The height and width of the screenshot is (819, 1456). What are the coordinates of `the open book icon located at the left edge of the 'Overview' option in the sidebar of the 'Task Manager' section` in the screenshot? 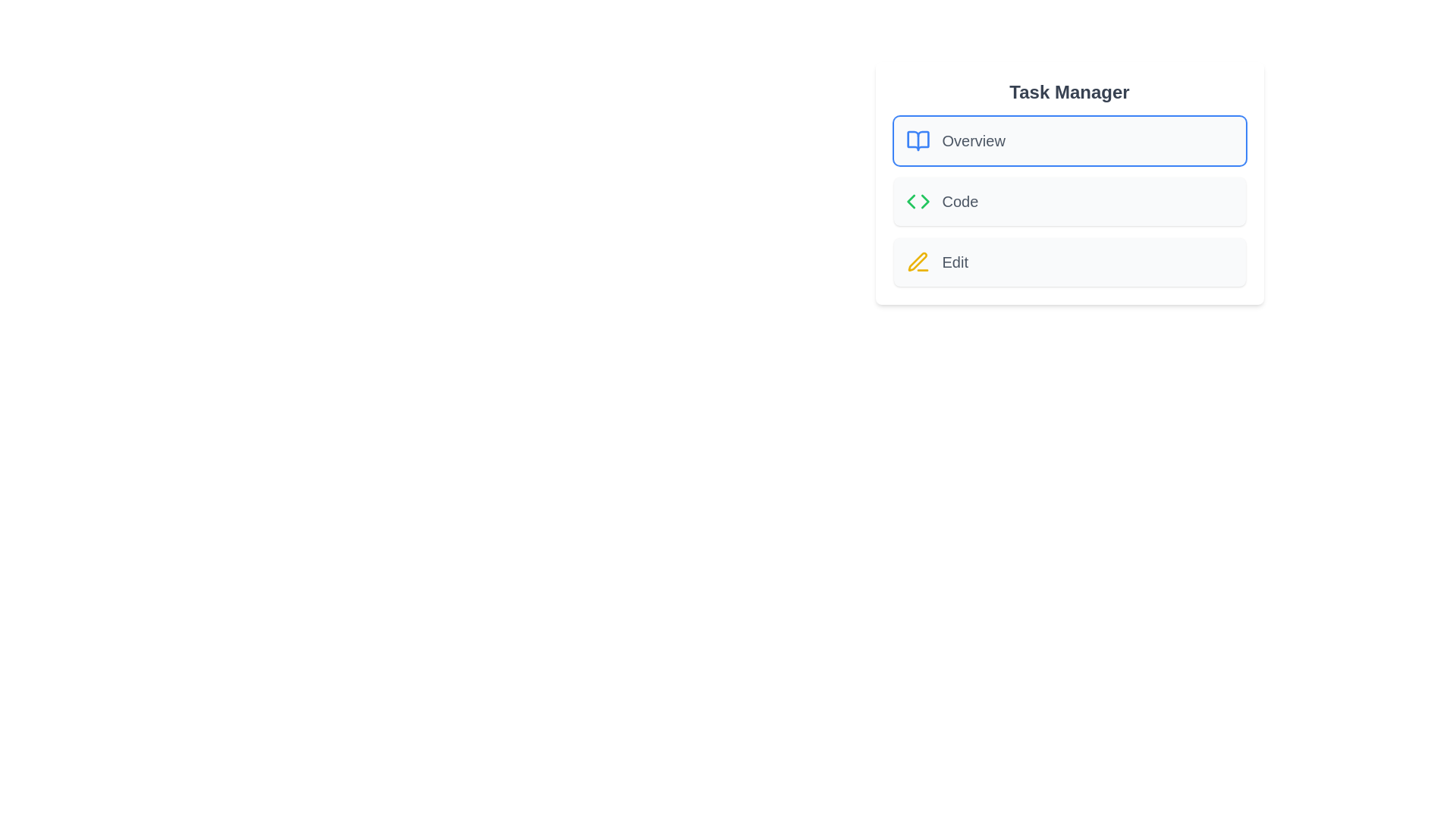 It's located at (917, 140).